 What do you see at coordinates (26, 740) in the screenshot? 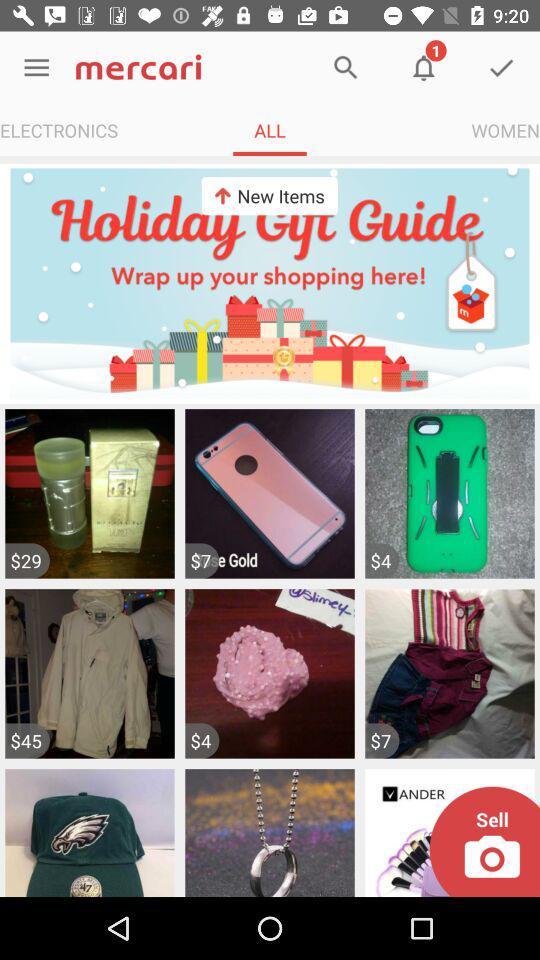
I see `the $45` at bounding box center [26, 740].